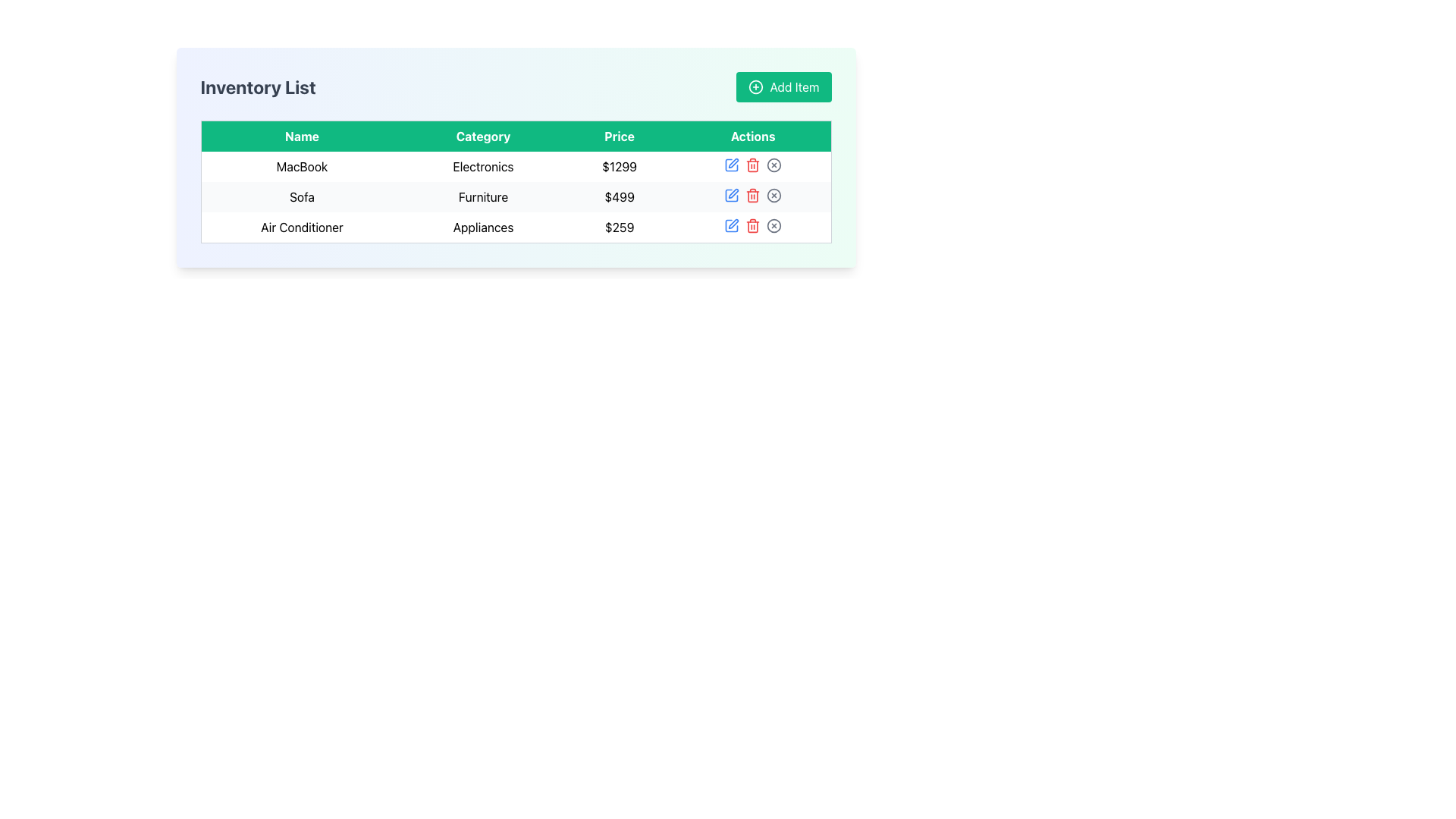 This screenshot has width=1456, height=819. What do you see at coordinates (482, 135) in the screenshot?
I see `the header label for the 'Category' column in the table, which is positioned between the 'Name' and 'Price' columns` at bounding box center [482, 135].